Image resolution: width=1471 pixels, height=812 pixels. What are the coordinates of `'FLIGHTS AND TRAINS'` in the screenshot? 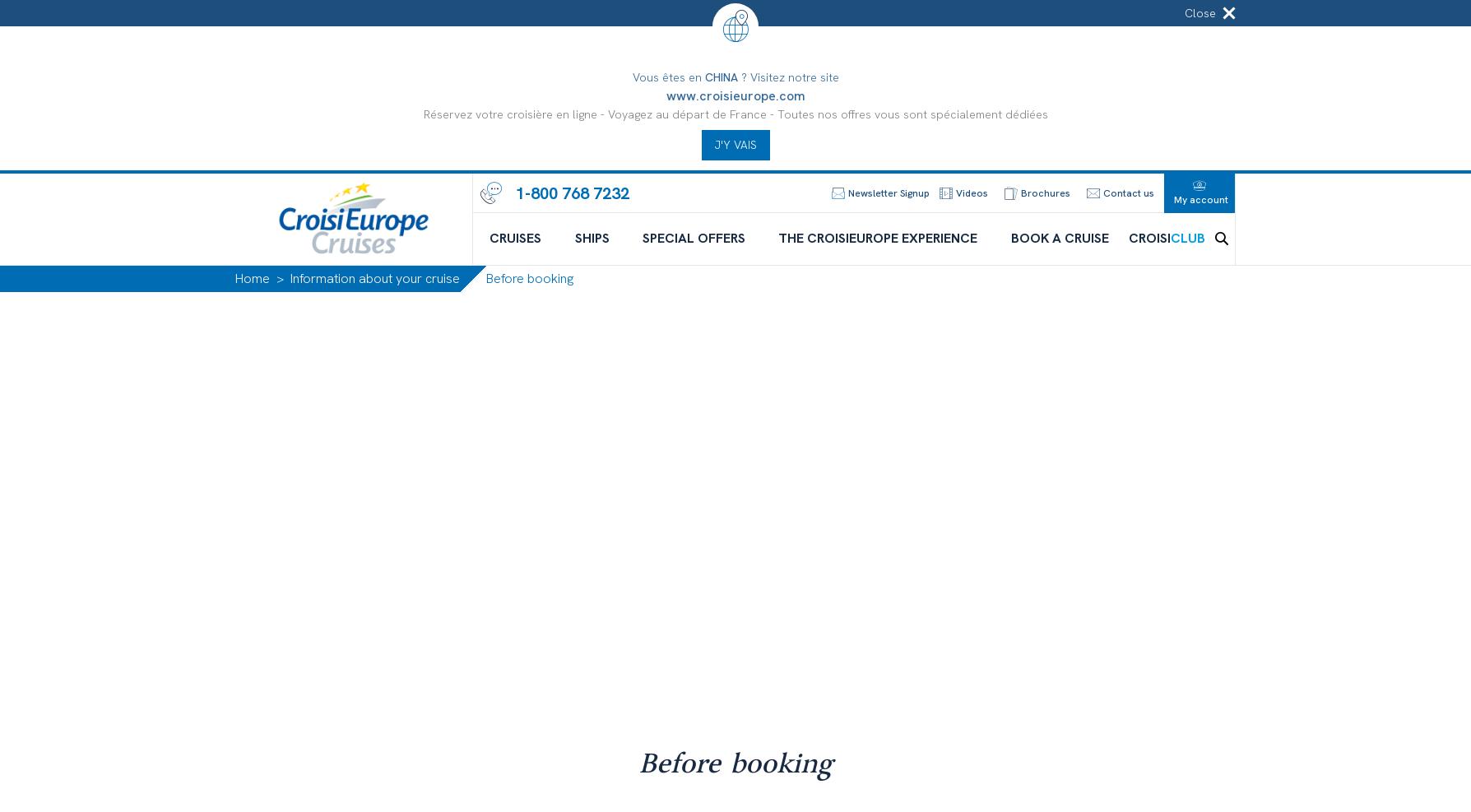 It's located at (423, 590).